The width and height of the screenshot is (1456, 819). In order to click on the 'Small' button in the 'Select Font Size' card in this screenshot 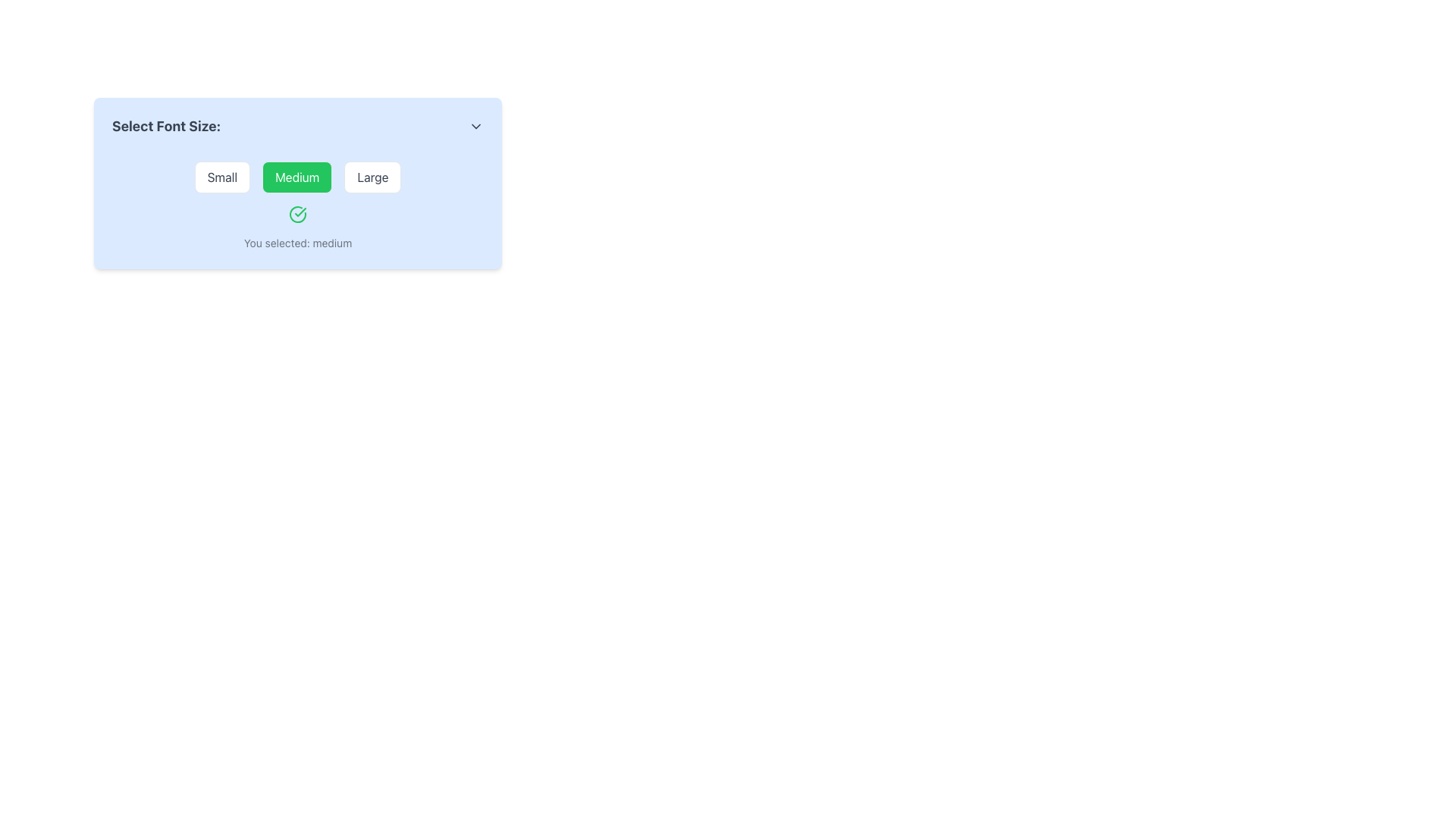, I will do `click(221, 177)`.